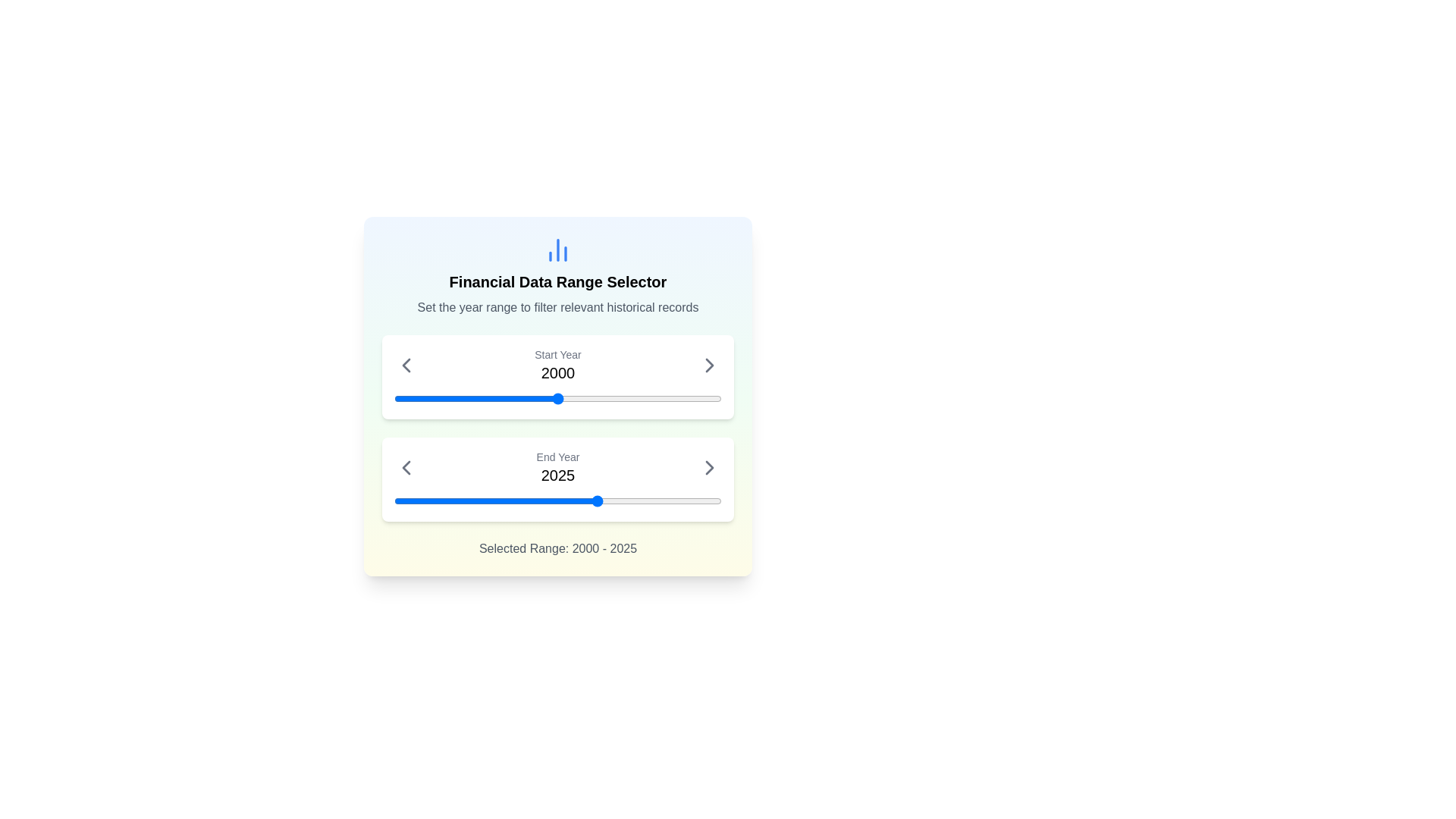 Image resolution: width=1456 pixels, height=819 pixels. What do you see at coordinates (683, 397) in the screenshot?
I see `the start year of the range` at bounding box center [683, 397].